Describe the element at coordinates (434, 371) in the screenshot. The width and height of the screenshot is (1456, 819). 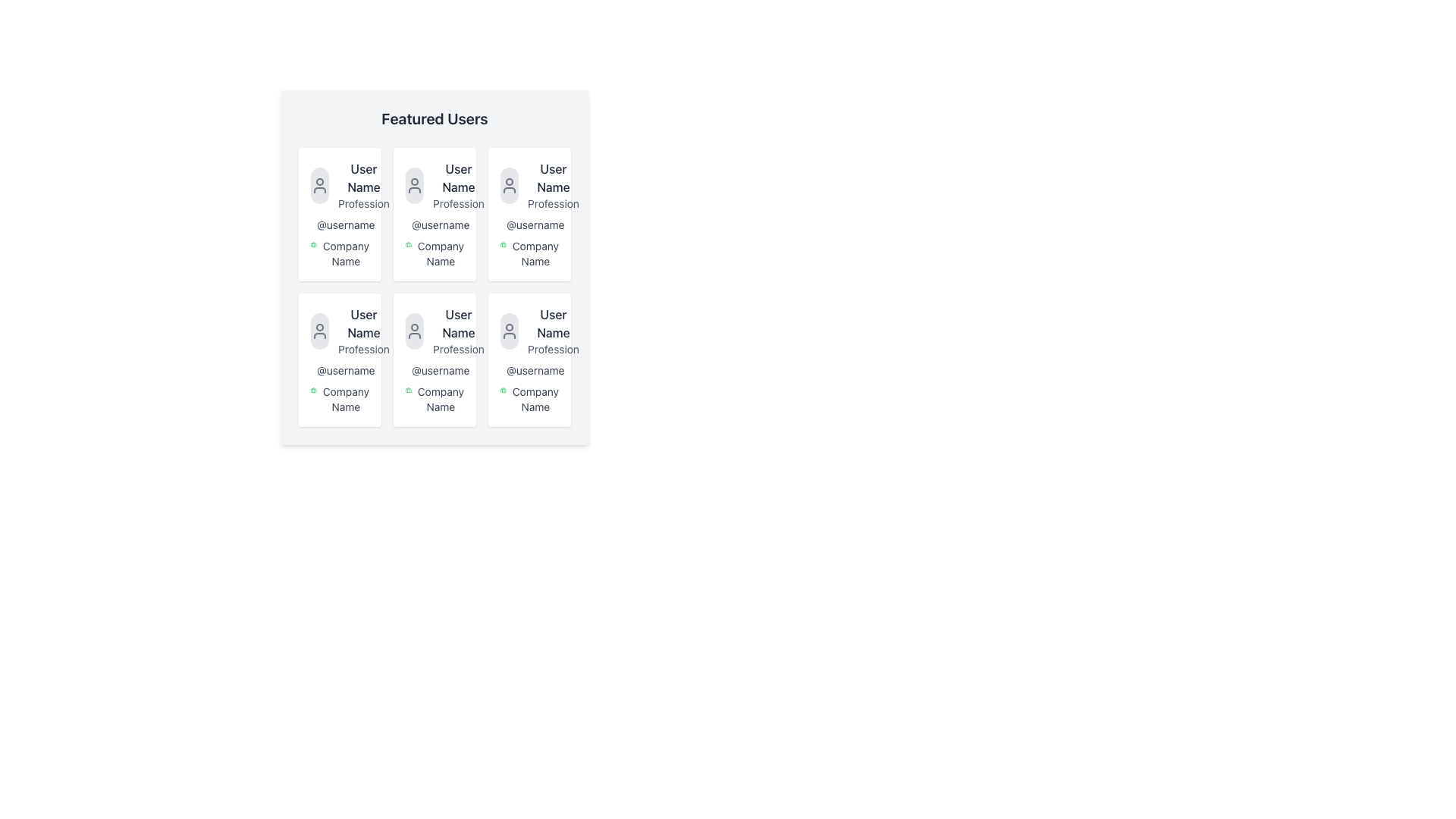
I see `text content of the username identifier label located in the third column and second row of the user cards grid, positioned centrally below the user's profession and above their company name` at that location.